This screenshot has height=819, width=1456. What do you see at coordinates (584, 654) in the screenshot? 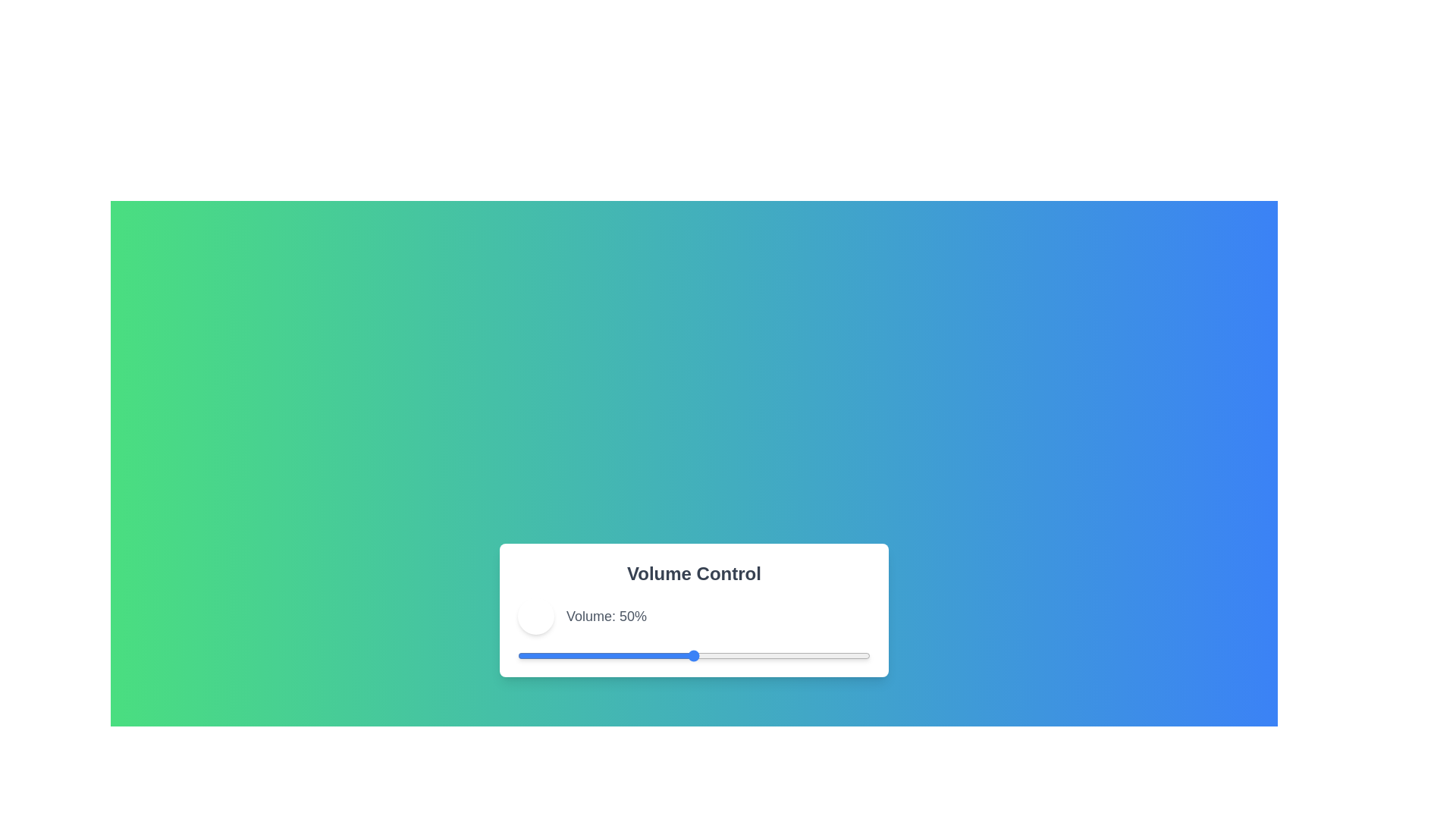
I see `the slider` at bounding box center [584, 654].